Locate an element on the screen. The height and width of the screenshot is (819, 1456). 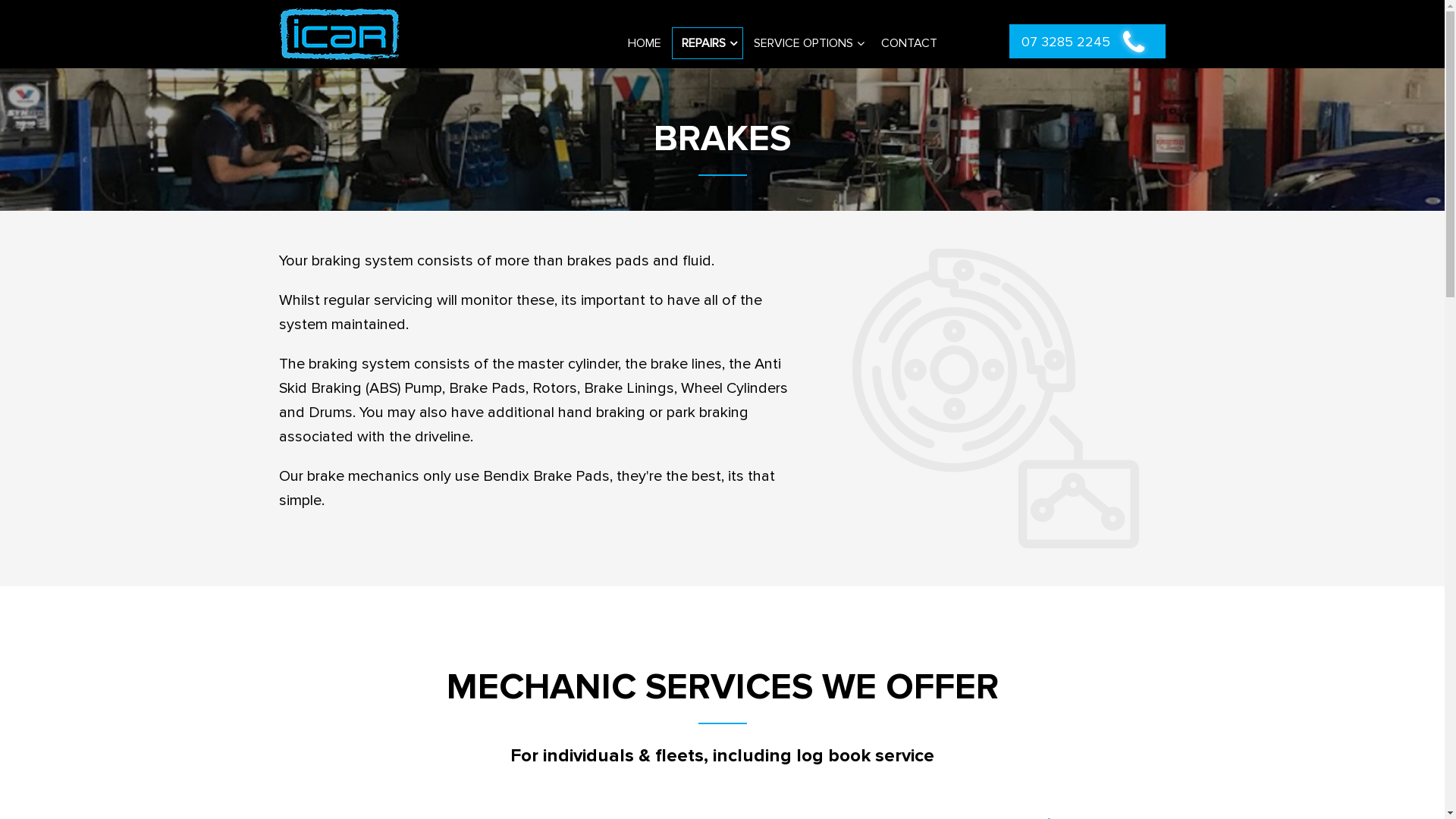
'HOME' is located at coordinates (644, 42).